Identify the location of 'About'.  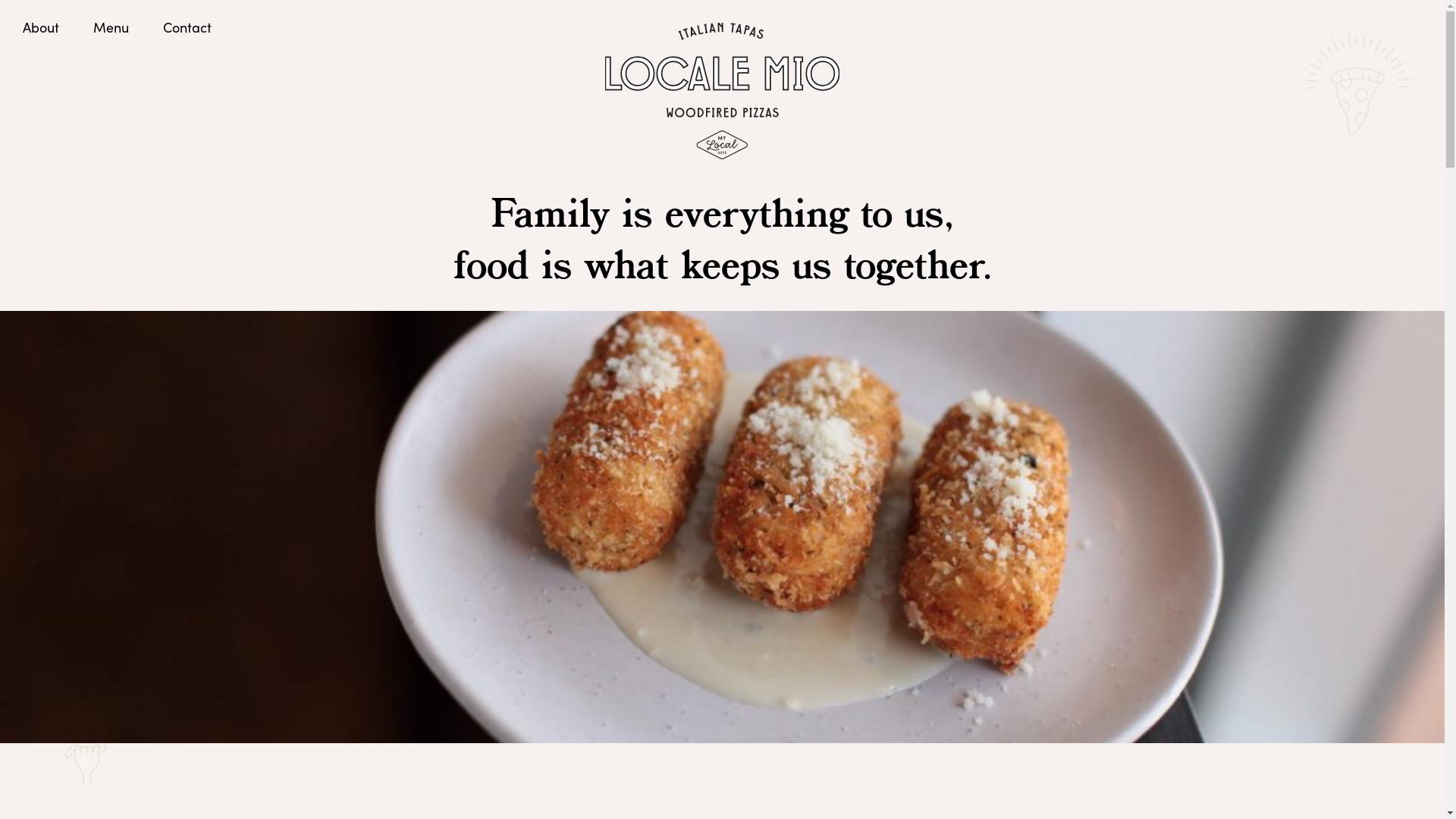
(40, 27).